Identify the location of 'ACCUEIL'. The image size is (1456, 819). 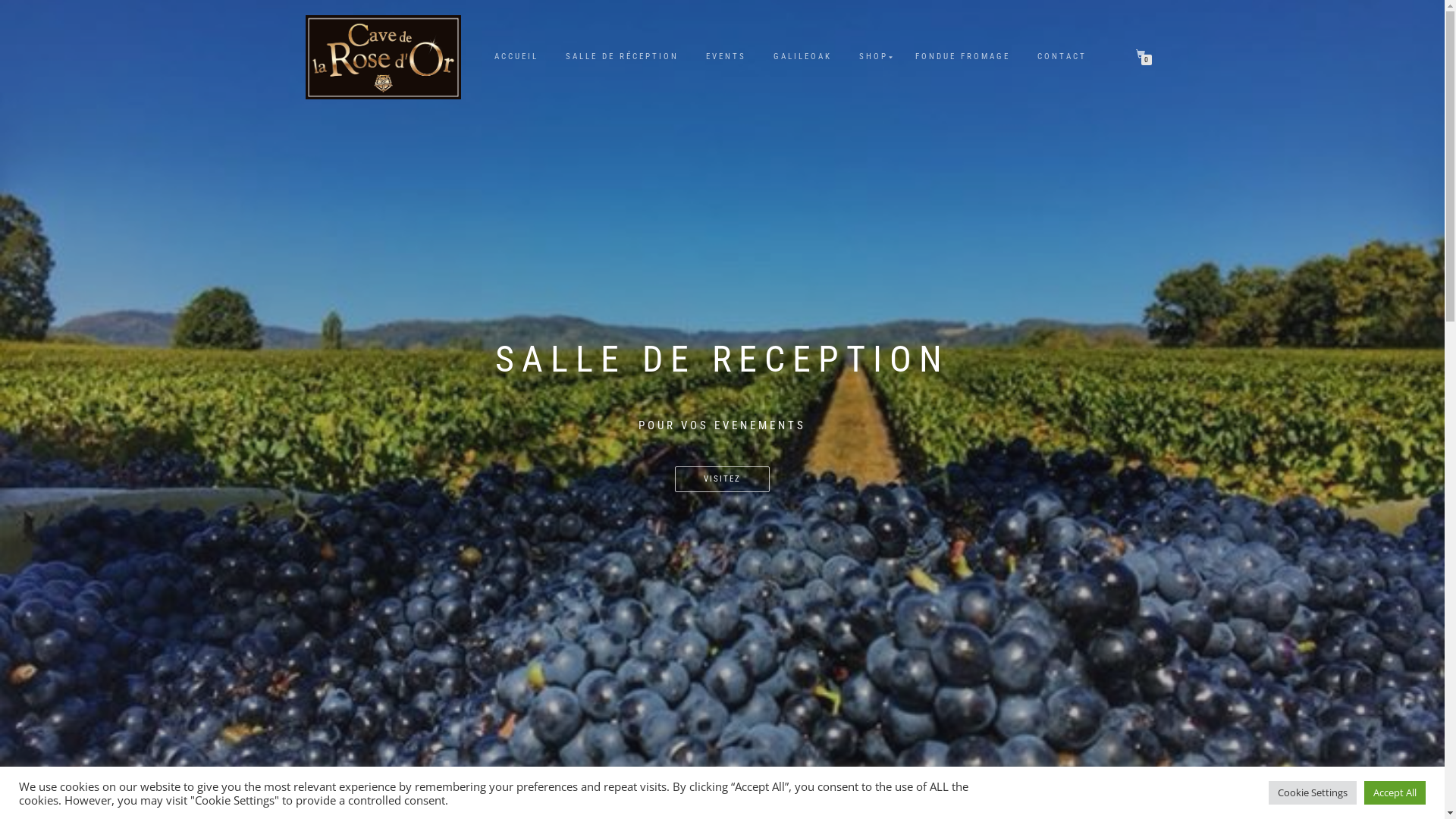
(516, 55).